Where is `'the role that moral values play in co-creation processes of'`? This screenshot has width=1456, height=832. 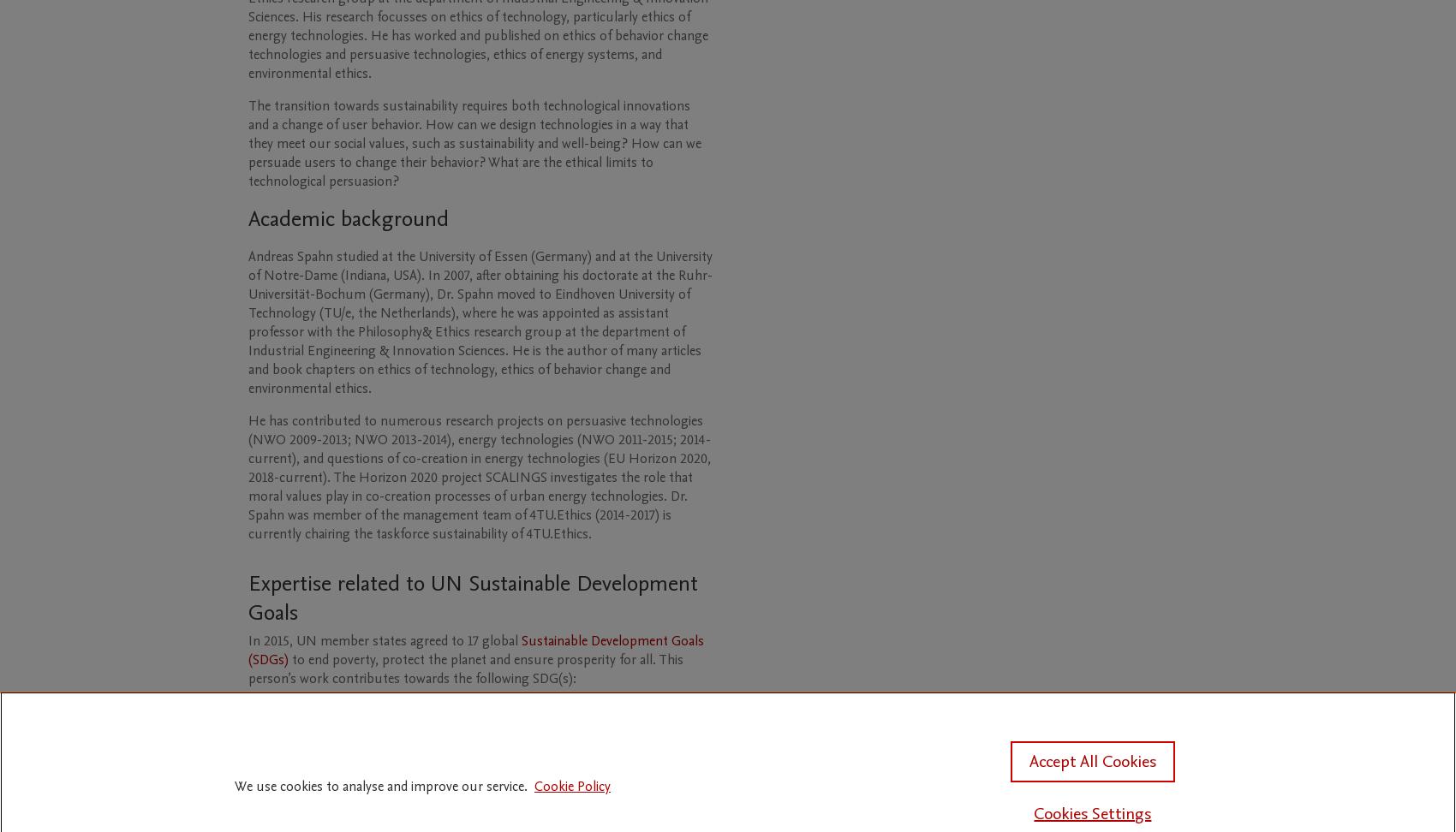
'the role that moral values play in co-creation processes of' is located at coordinates (469, 485).